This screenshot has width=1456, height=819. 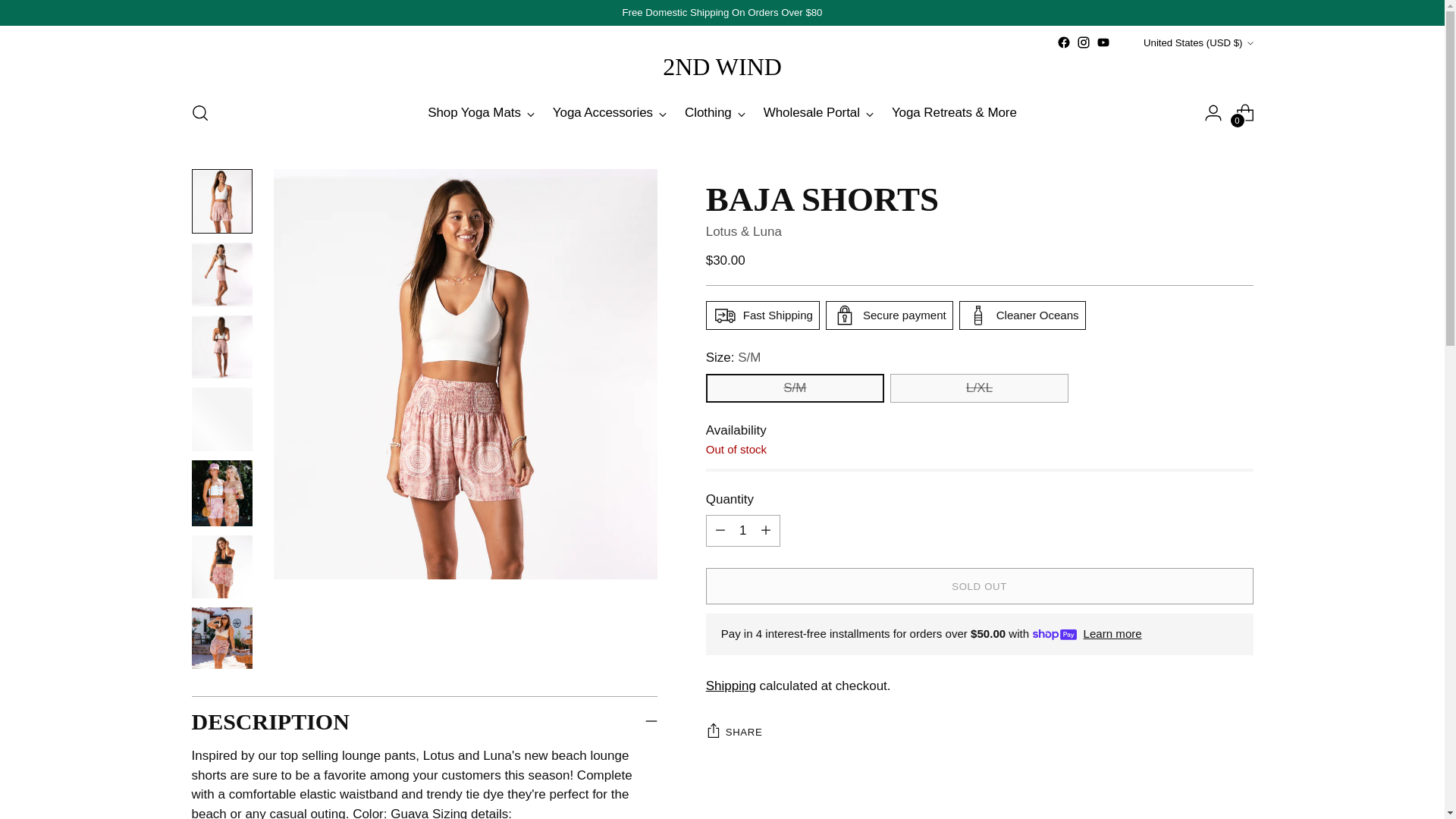 What do you see at coordinates (1244, 112) in the screenshot?
I see `'0'` at bounding box center [1244, 112].